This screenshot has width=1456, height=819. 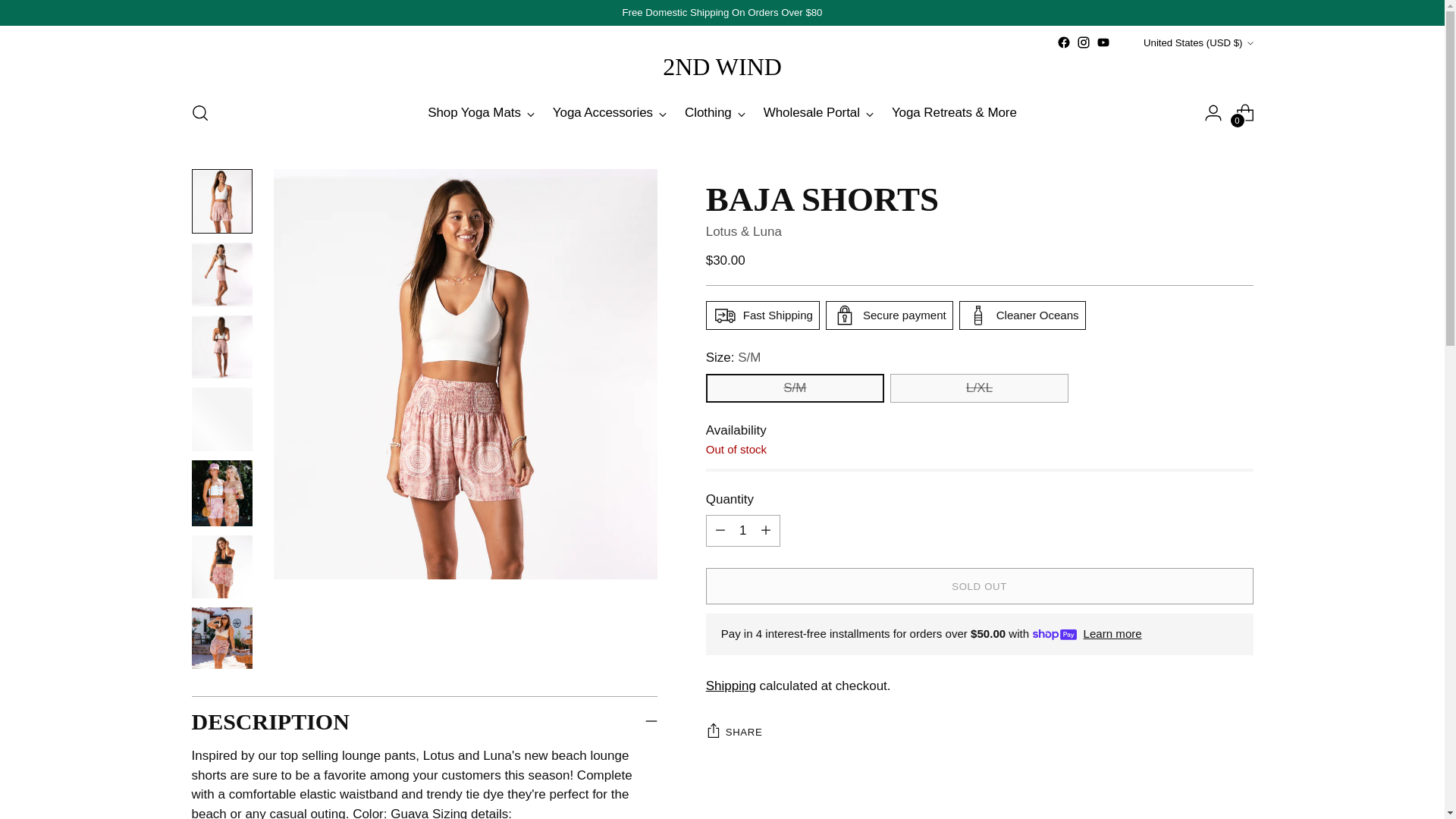 What do you see at coordinates (1244, 112) in the screenshot?
I see `'0'` at bounding box center [1244, 112].